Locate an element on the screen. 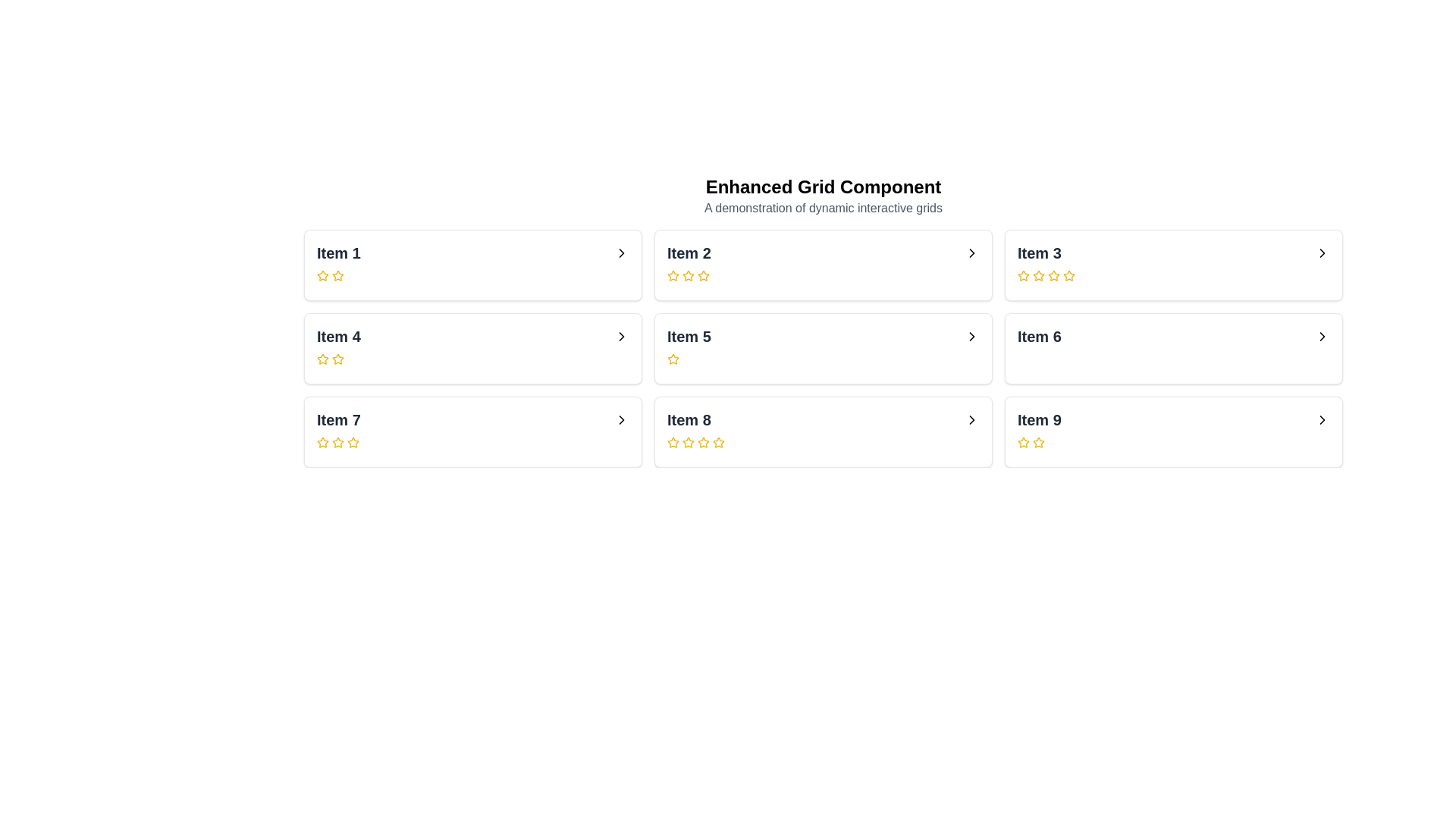 The image size is (1456, 819). the text label displaying 'Item 6' in bold, large gray font, which is located in the second column and second row of a three-by-three grid layout is located at coordinates (1038, 335).